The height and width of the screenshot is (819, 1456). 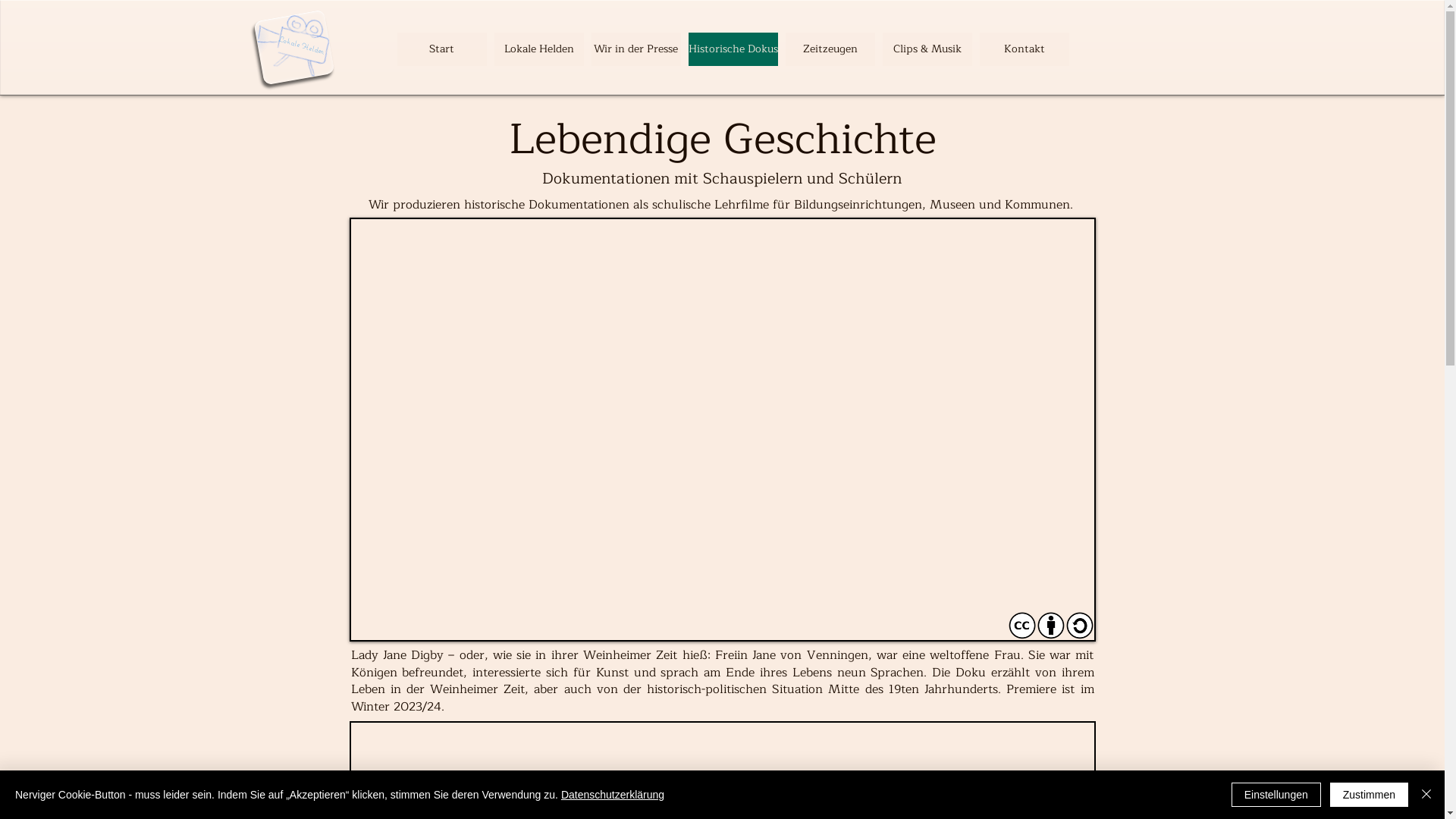 What do you see at coordinates (590, 49) in the screenshot?
I see `'Wir in der Presse'` at bounding box center [590, 49].